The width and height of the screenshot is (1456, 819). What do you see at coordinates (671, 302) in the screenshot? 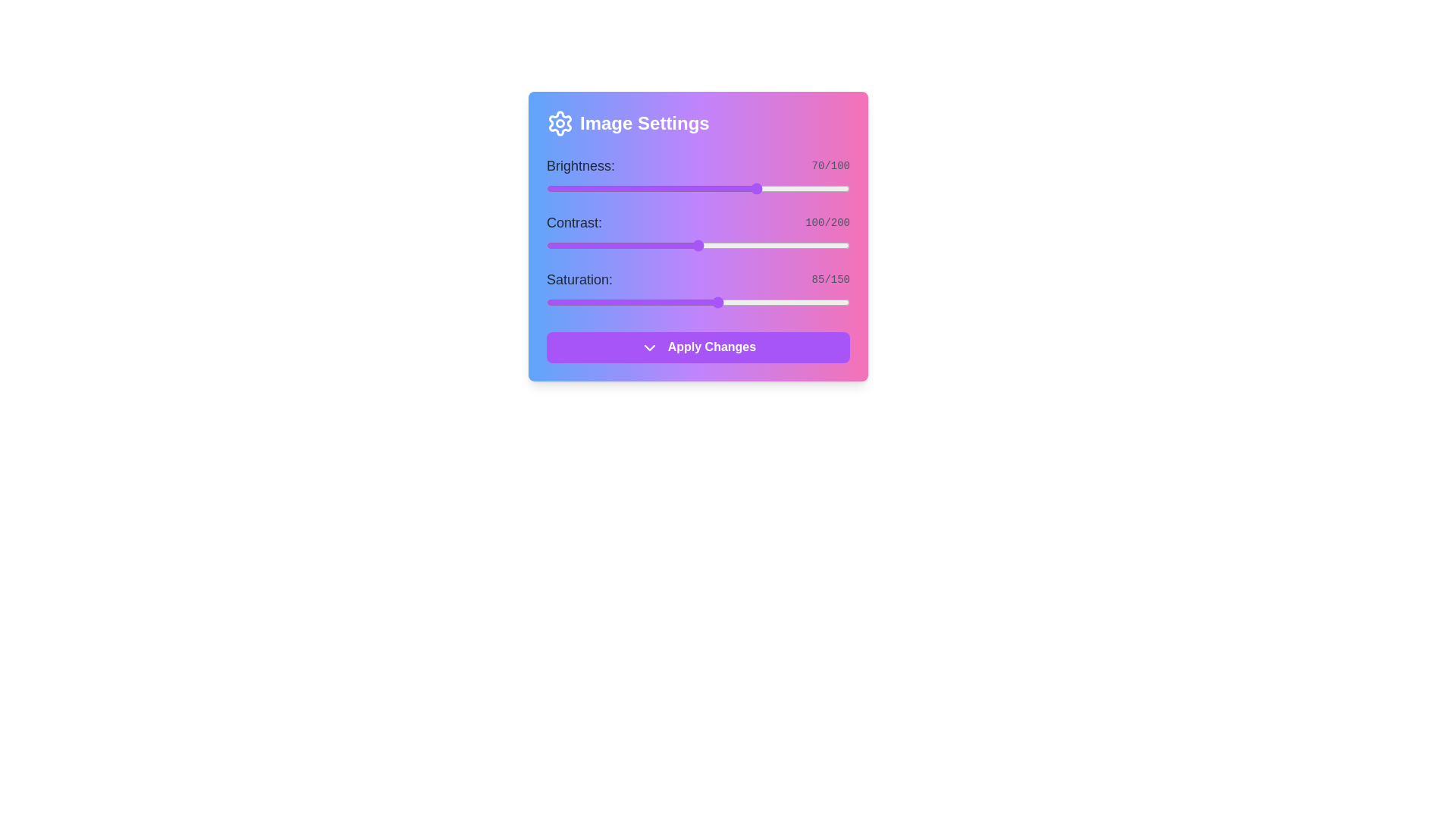
I see `the saturation slider to 62 level` at bounding box center [671, 302].